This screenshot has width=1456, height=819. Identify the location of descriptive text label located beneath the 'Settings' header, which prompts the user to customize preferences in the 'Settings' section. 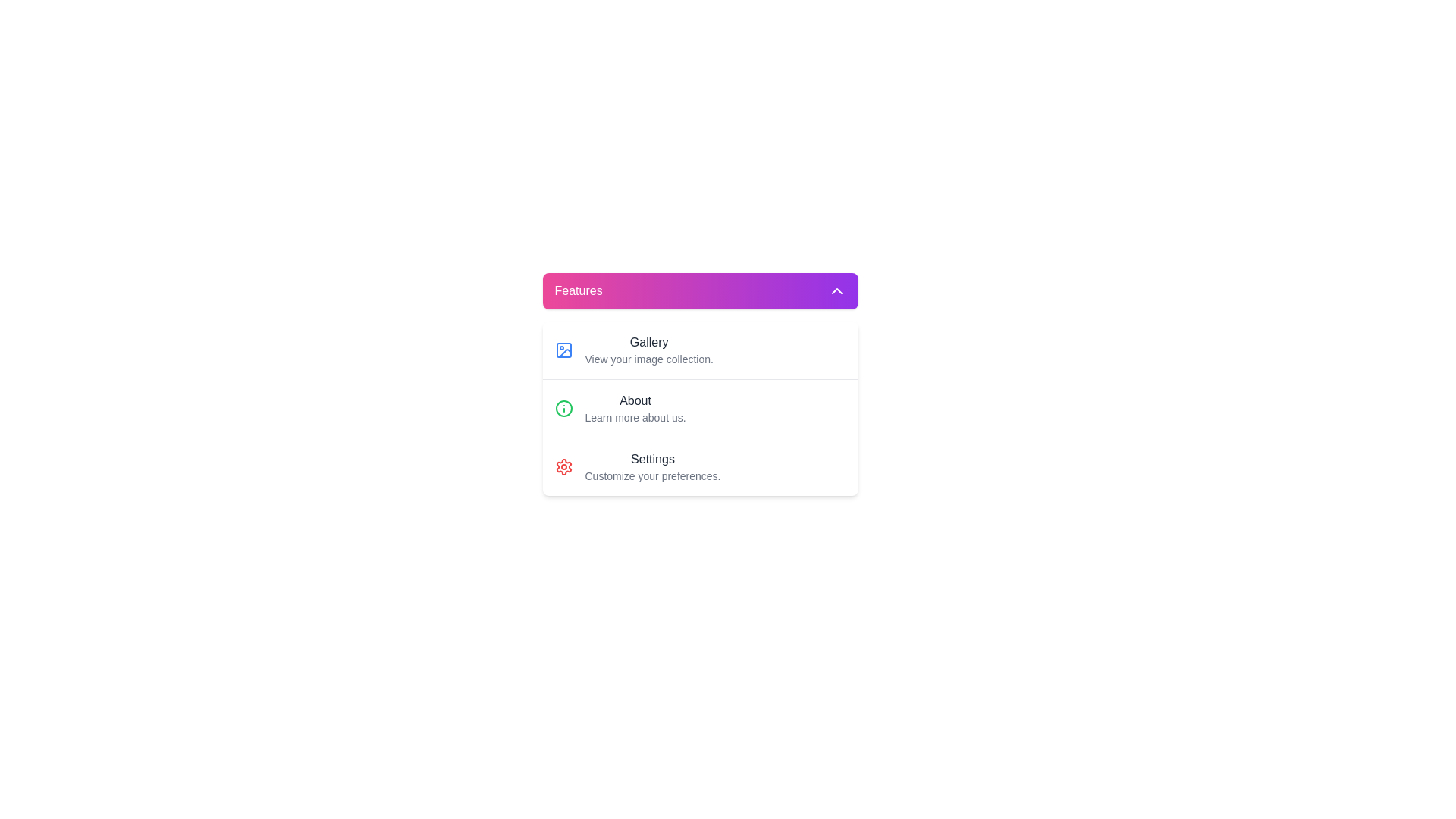
(652, 475).